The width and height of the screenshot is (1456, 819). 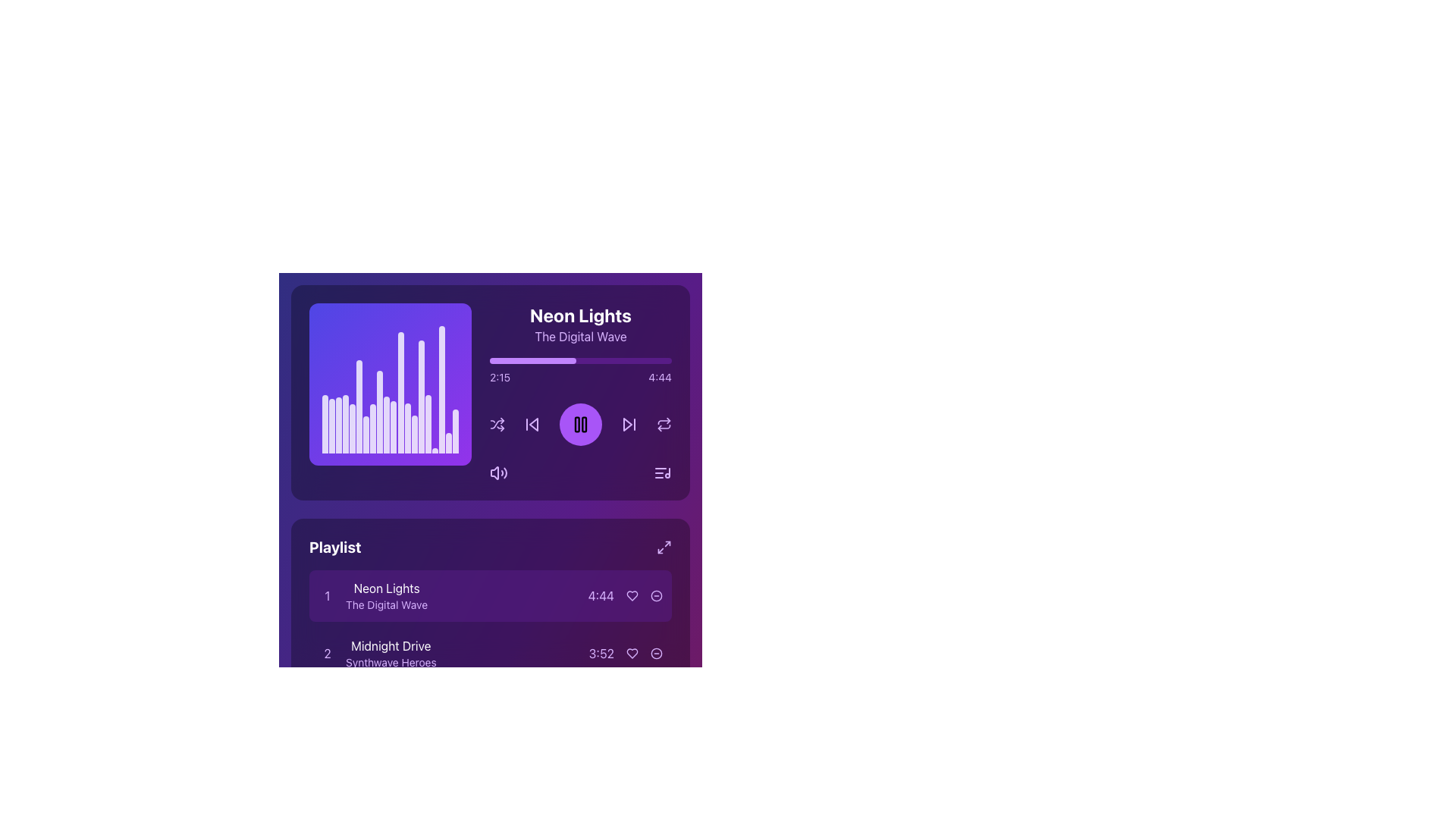 What do you see at coordinates (662, 472) in the screenshot?
I see `the compact rectangular graphical icon with a circular music-related symbol, located in the upper-right corner of the music player control interface, to change its color` at bounding box center [662, 472].